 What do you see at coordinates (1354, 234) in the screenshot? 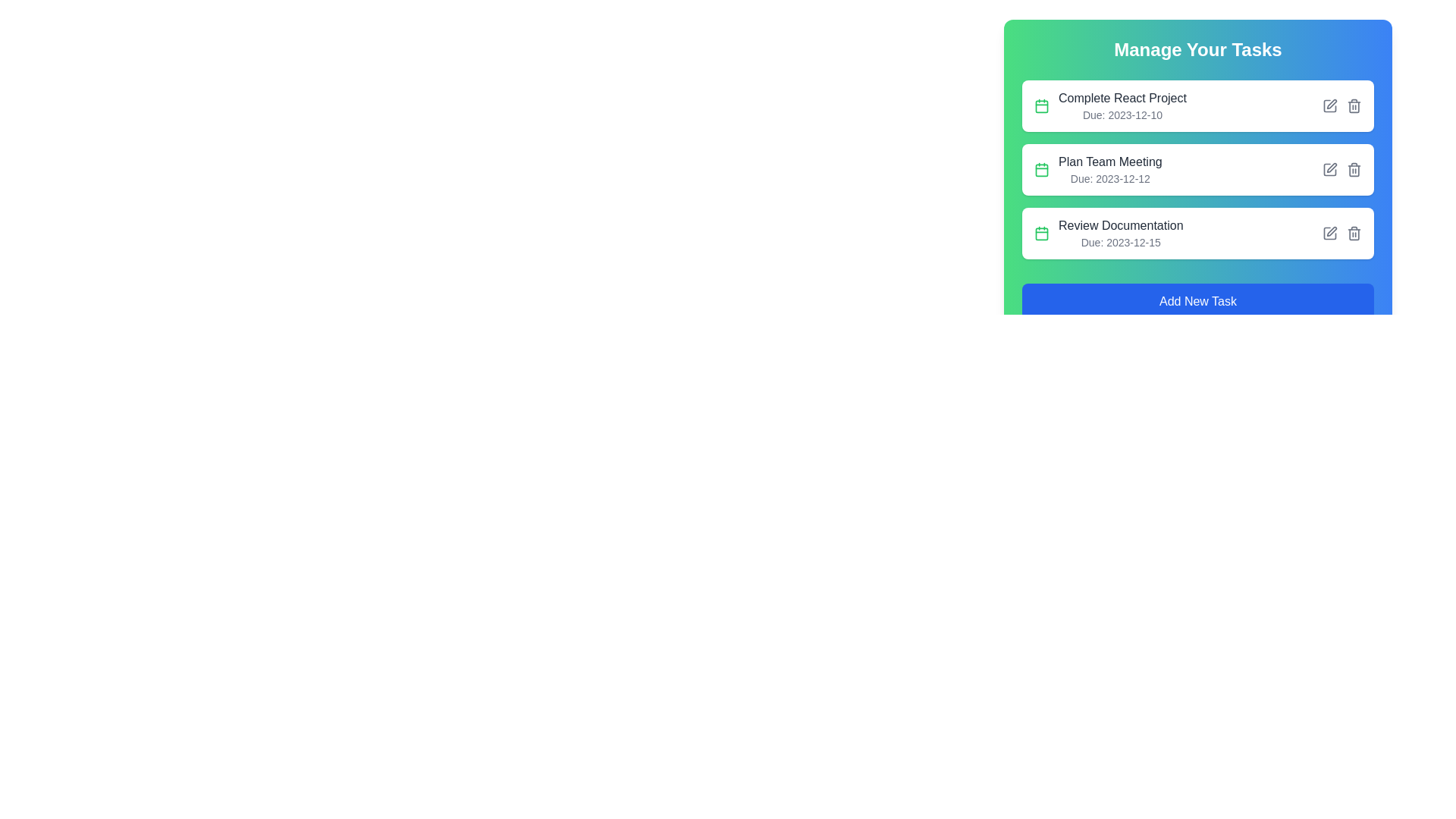
I see `the trash bin icon located in the 'Manage Your Tasks' interface, specifically to the right of the editing pencil icon in the task list item titled 'Review Documentation'` at bounding box center [1354, 234].